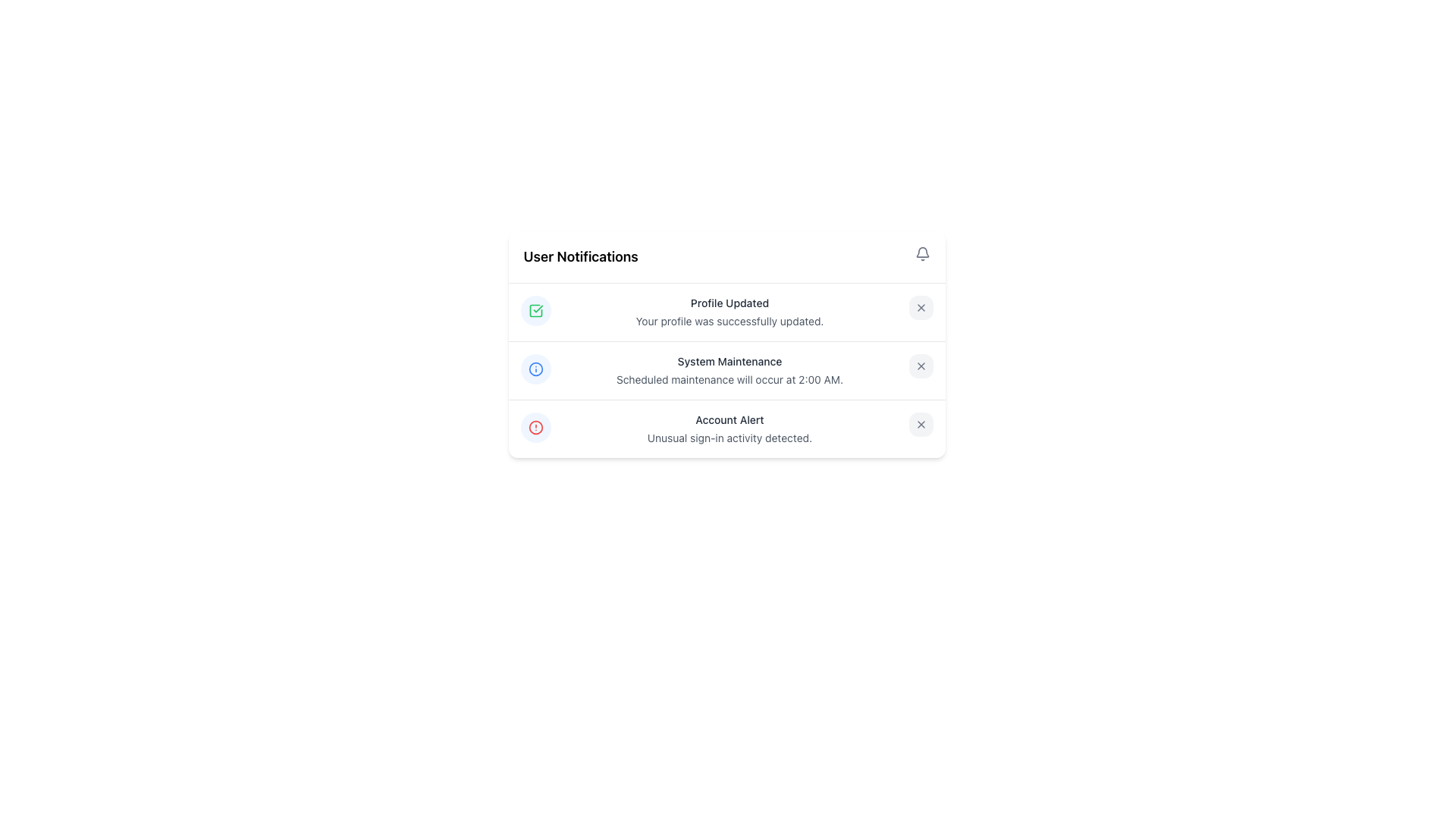 The width and height of the screenshot is (1456, 819). I want to click on system message text label conveying unusual sign-in activity information, which is positioned below the 'Account Alert' title, so click(730, 438).